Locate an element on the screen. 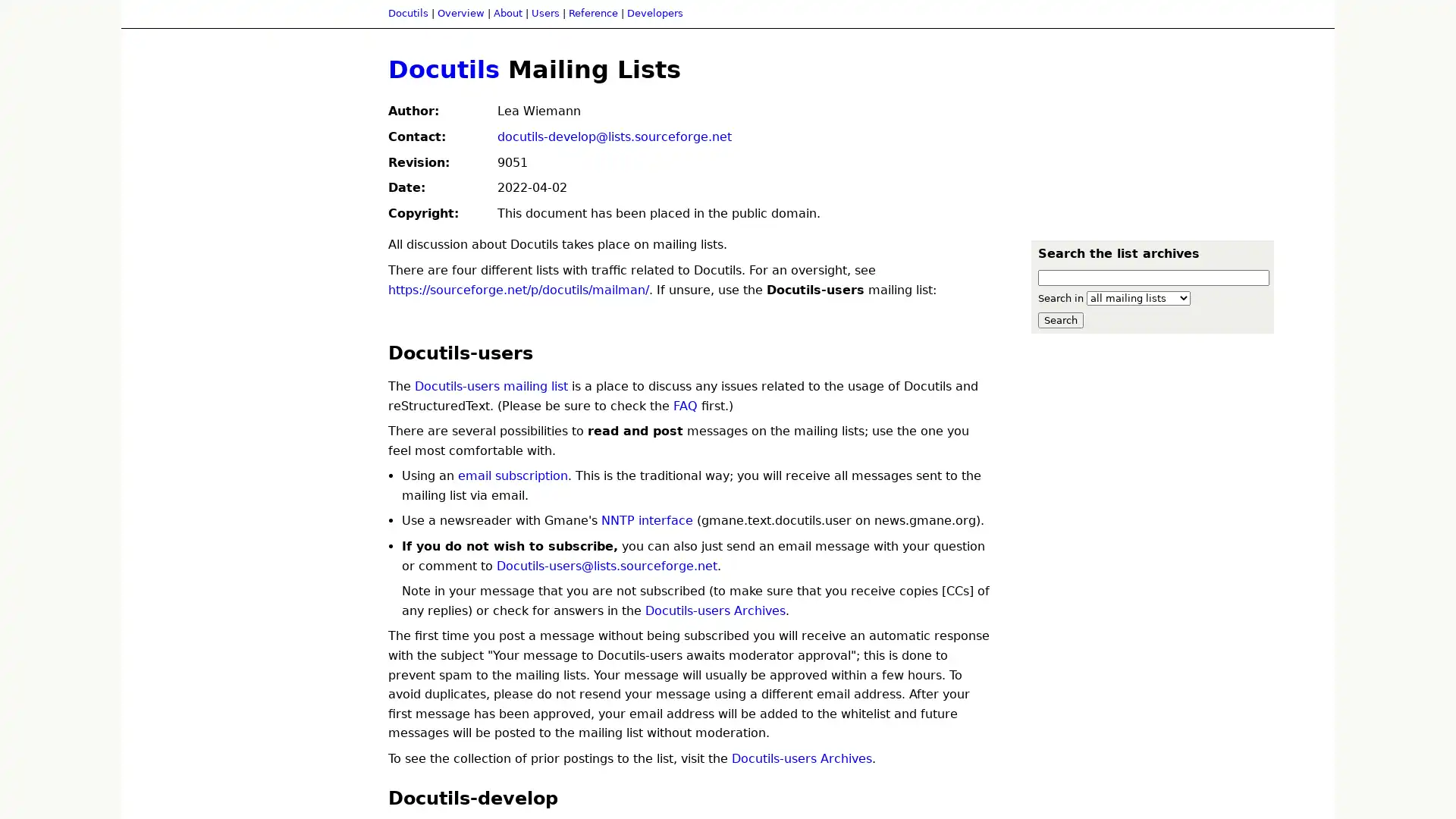  Search is located at coordinates (1059, 318).